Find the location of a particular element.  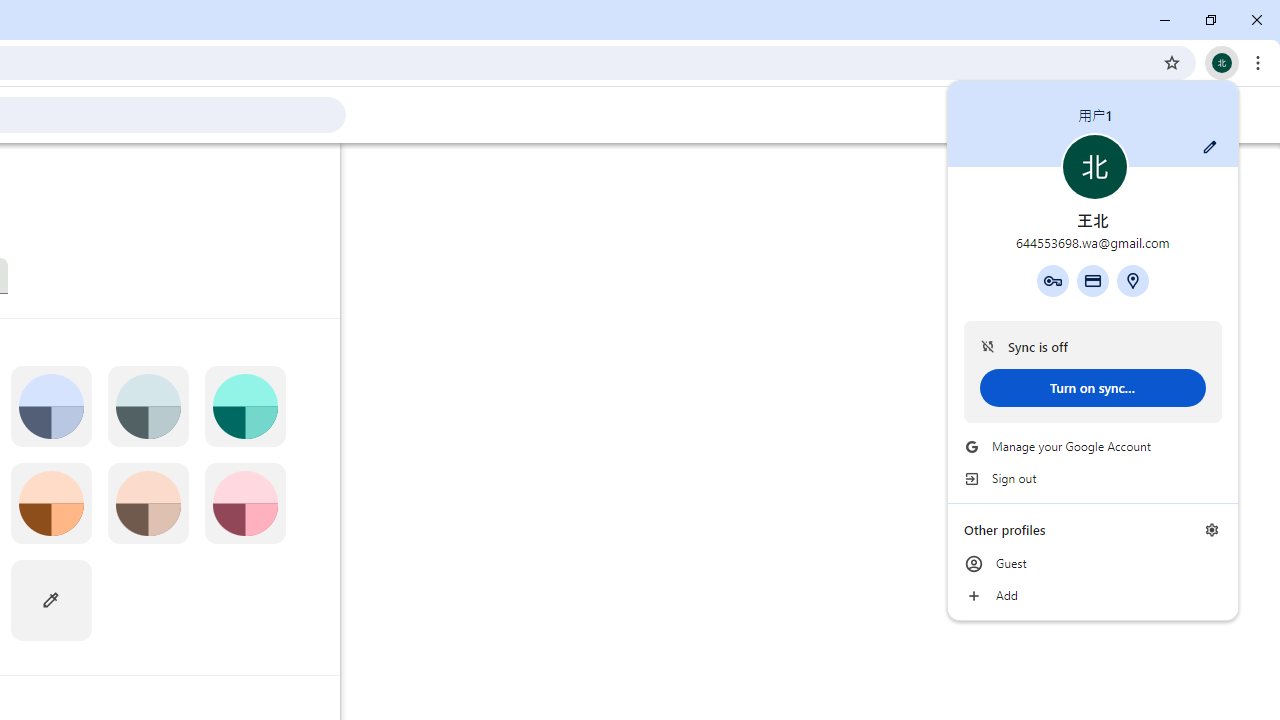

'Guest' is located at coordinates (1092, 564).